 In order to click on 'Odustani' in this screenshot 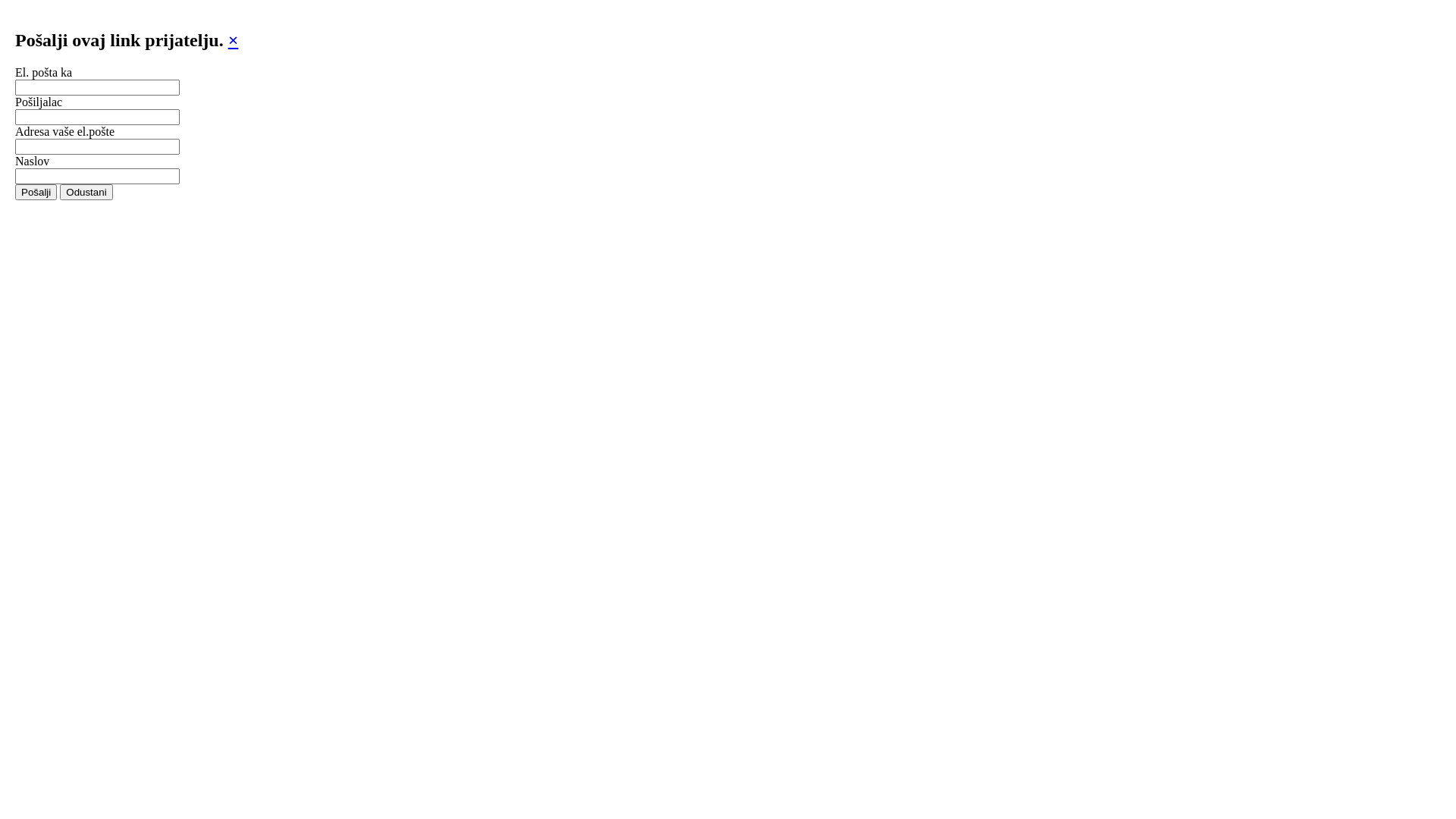, I will do `click(85, 191)`.